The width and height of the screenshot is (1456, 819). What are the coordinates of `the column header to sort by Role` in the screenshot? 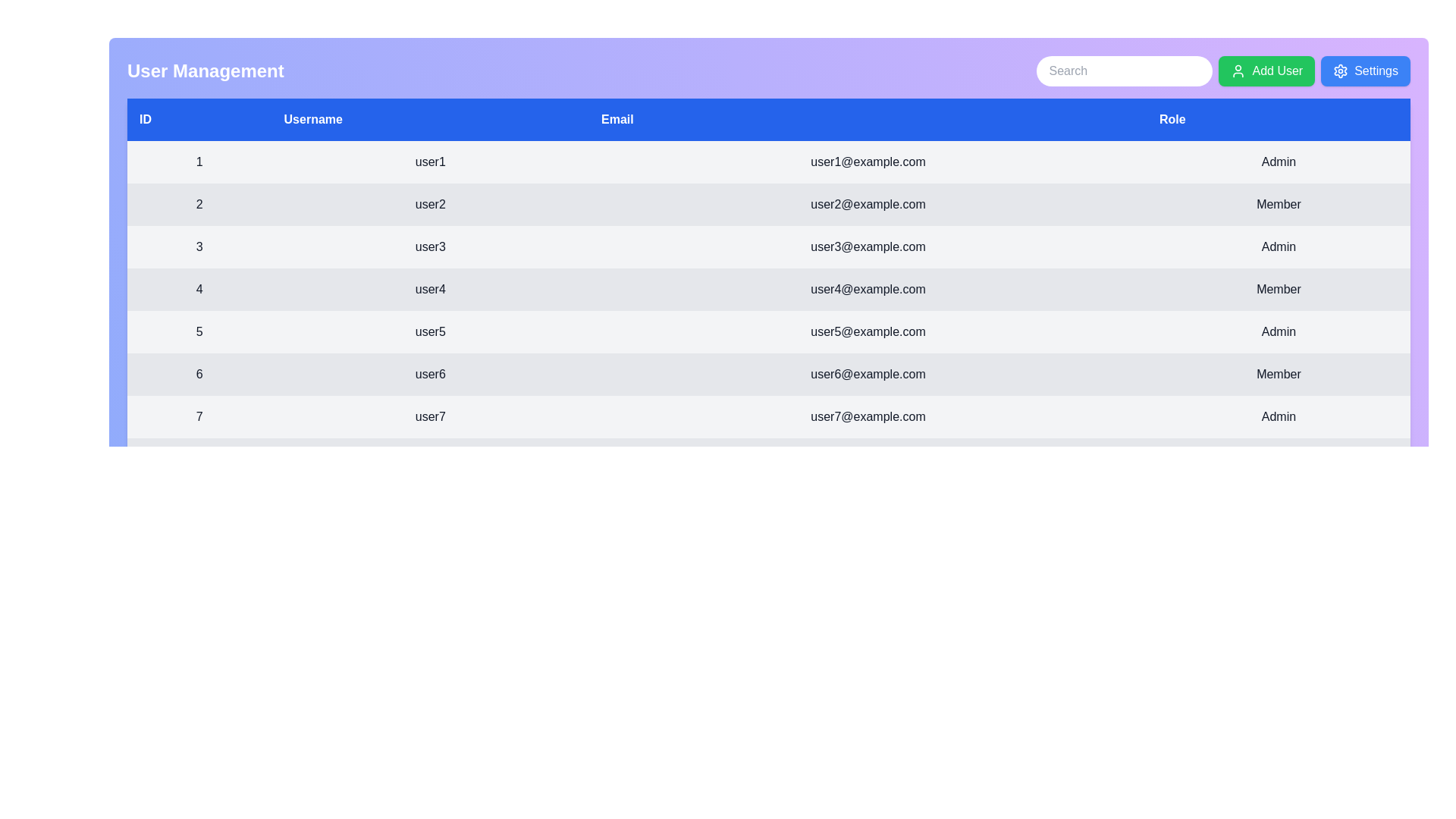 It's located at (1277, 119).